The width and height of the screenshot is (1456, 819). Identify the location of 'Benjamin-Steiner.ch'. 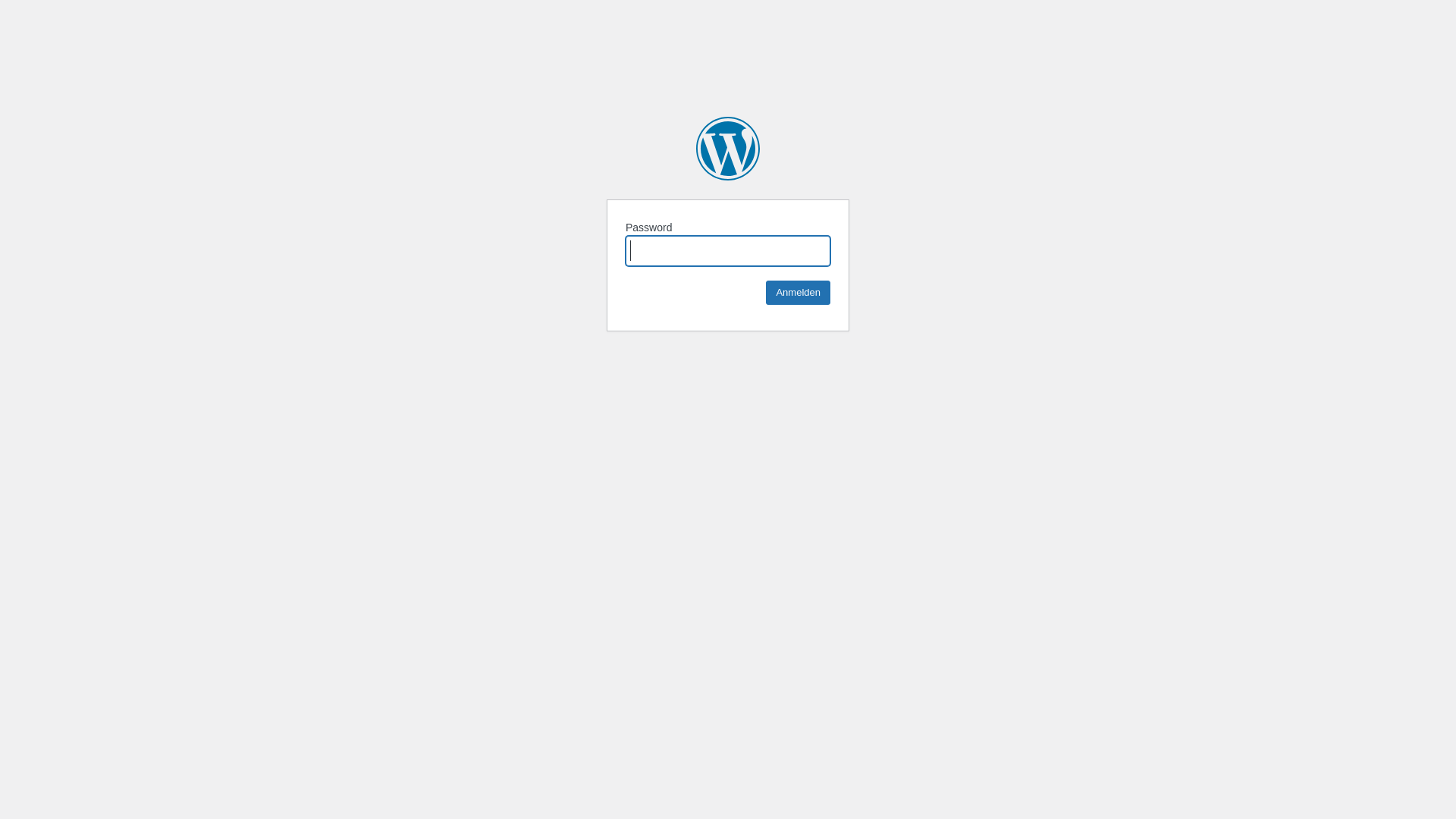
(728, 149).